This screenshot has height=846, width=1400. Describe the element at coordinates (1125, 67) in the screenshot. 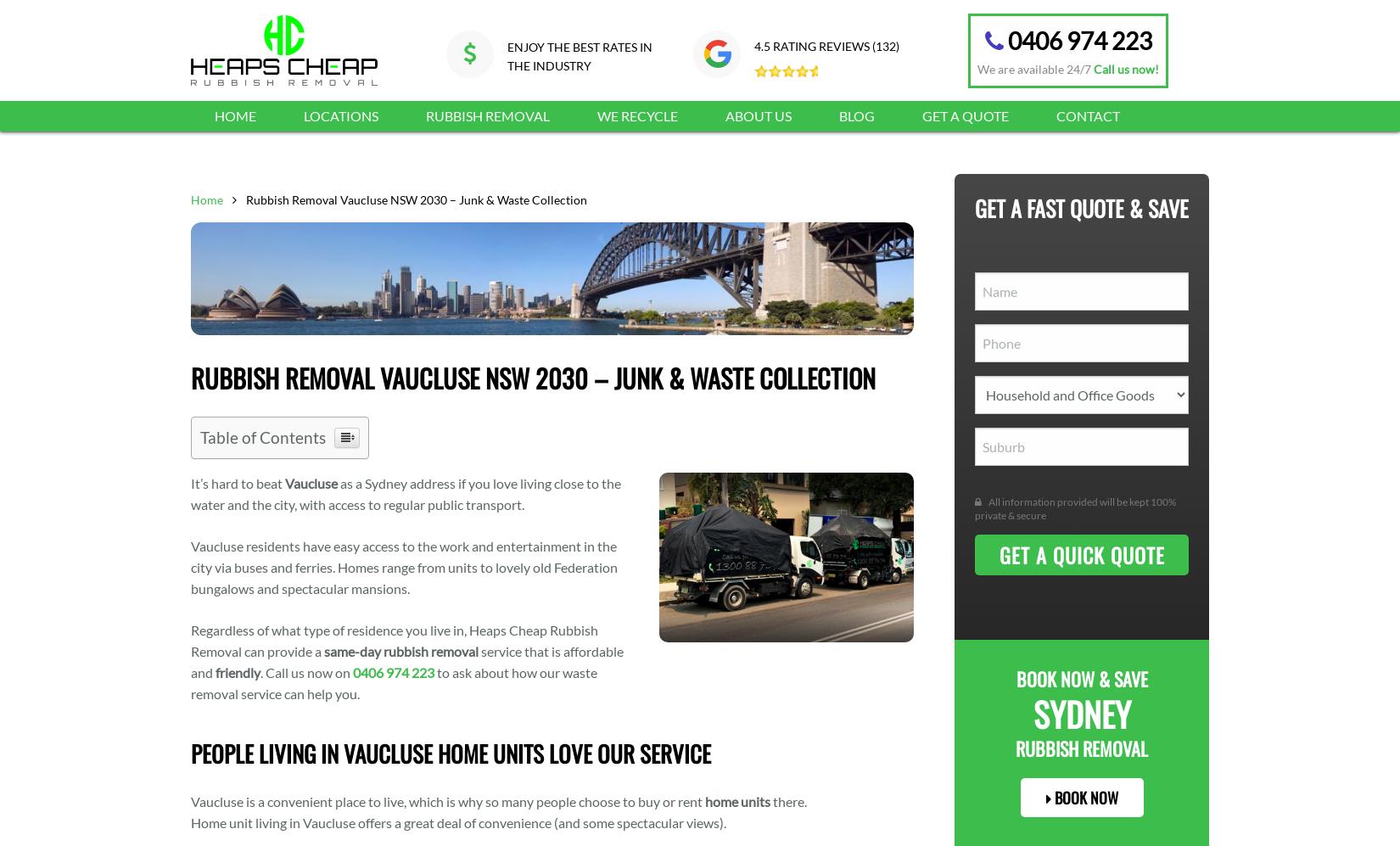

I see `'Call us now!'` at that location.